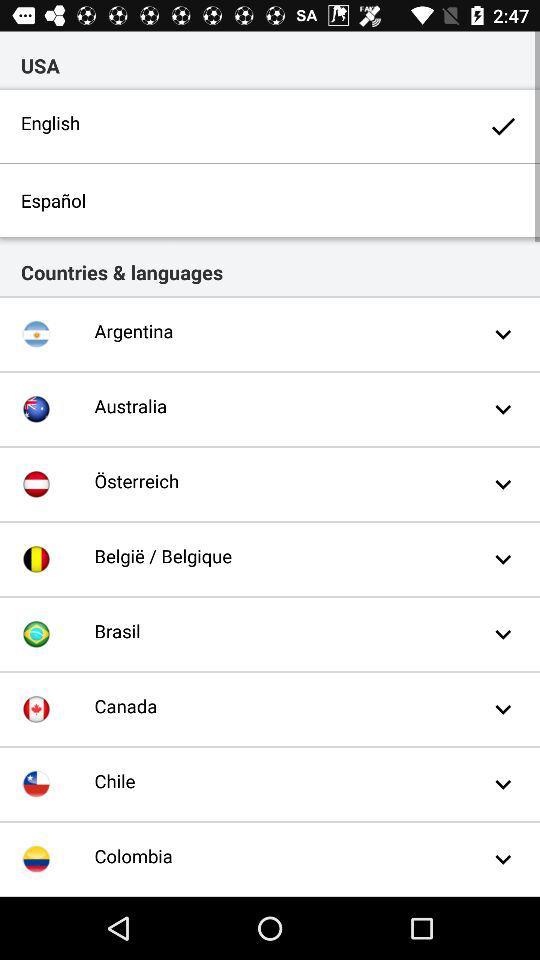 The width and height of the screenshot is (540, 960). Describe the element at coordinates (270, 125) in the screenshot. I see `the item below the usa icon` at that location.